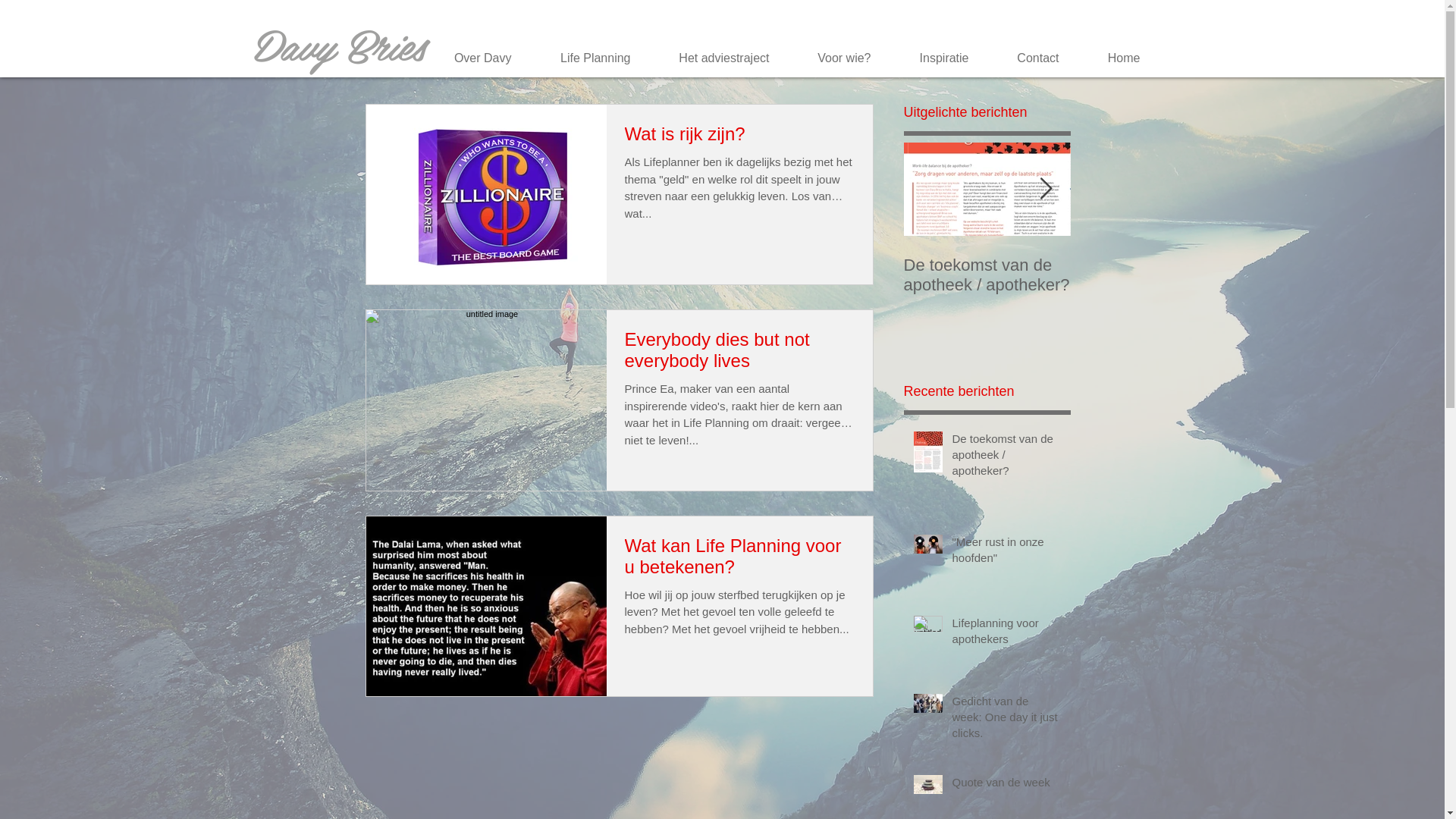 This screenshot has width=1456, height=819. Describe the element at coordinates (714, 58) in the screenshot. I see `'Het adviestraject'` at that location.